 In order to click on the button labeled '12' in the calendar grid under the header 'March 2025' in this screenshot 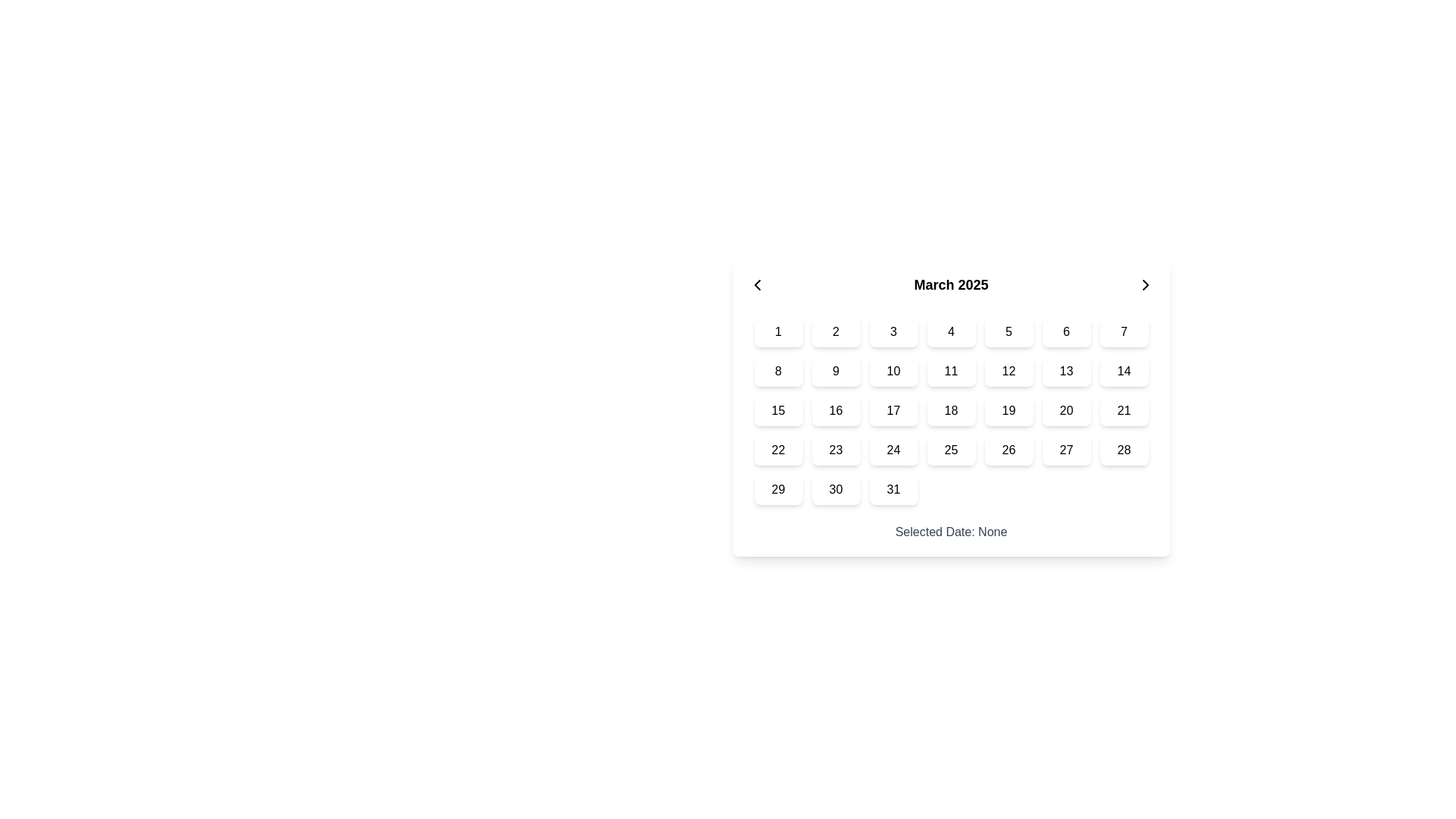, I will do `click(1009, 371)`.